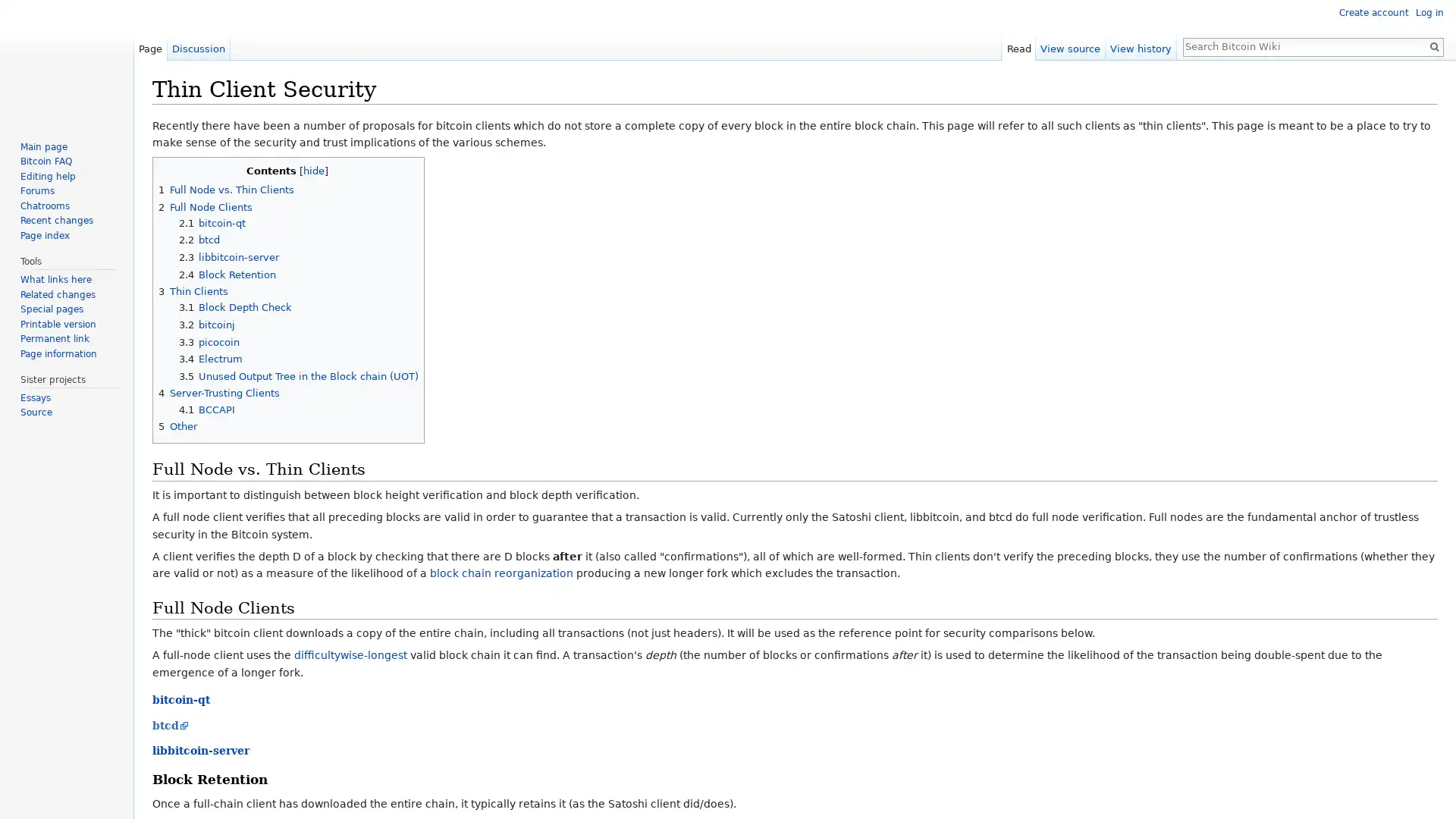  Describe the element at coordinates (312, 170) in the screenshot. I see `hide` at that location.